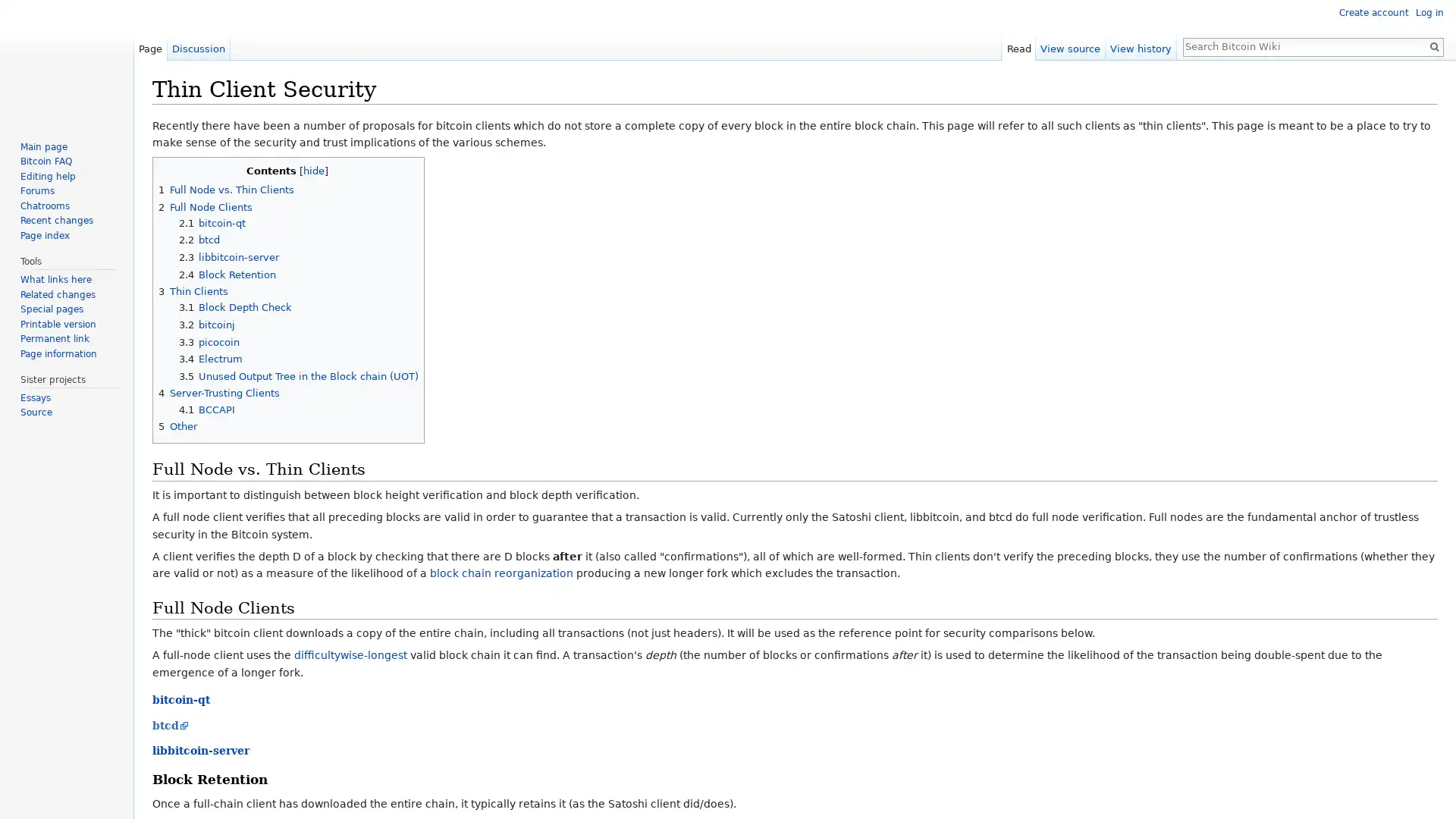  Describe the element at coordinates (312, 170) in the screenshot. I see `hide` at that location.